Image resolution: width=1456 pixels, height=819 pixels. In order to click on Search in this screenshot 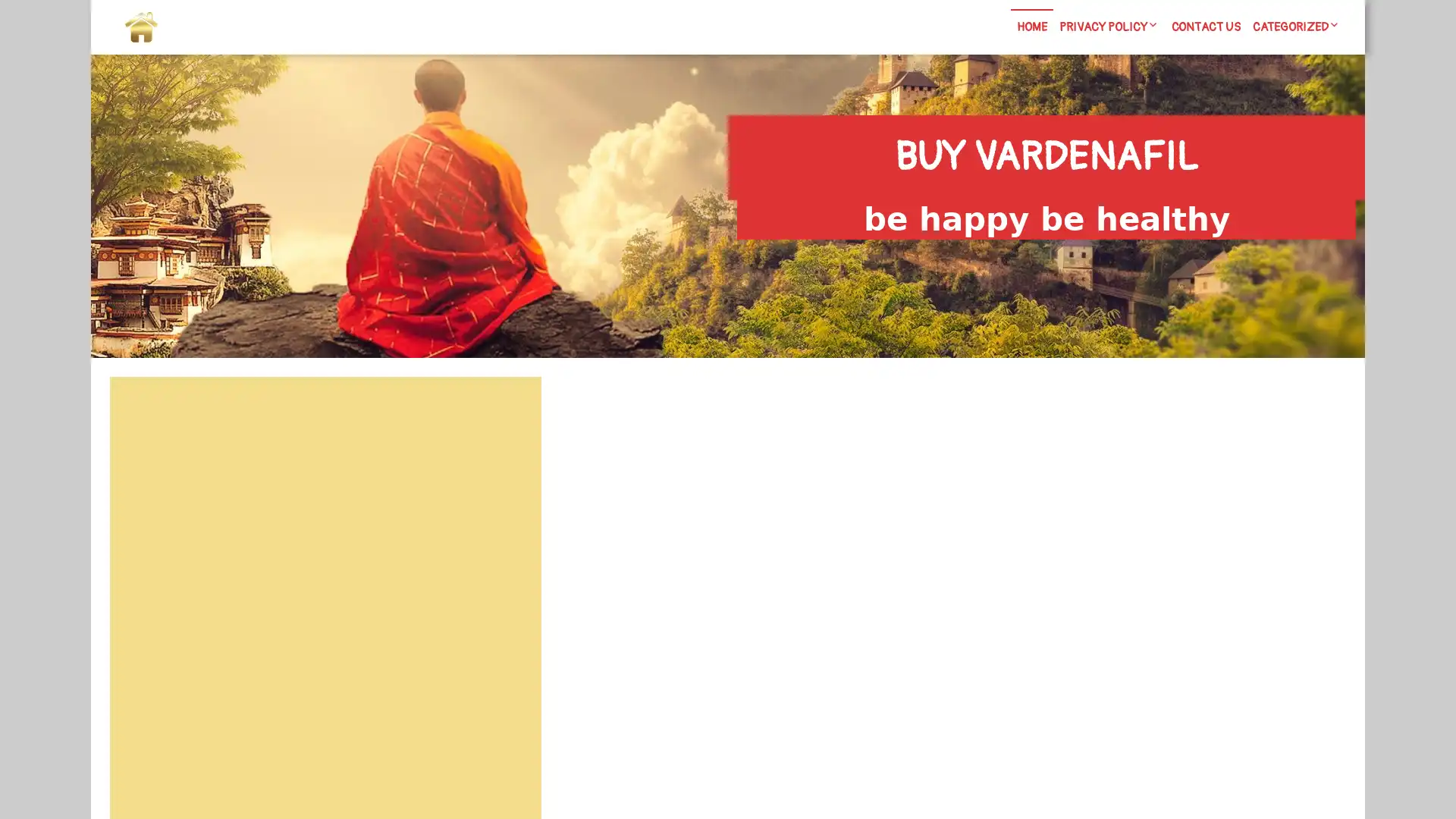, I will do `click(1181, 248)`.